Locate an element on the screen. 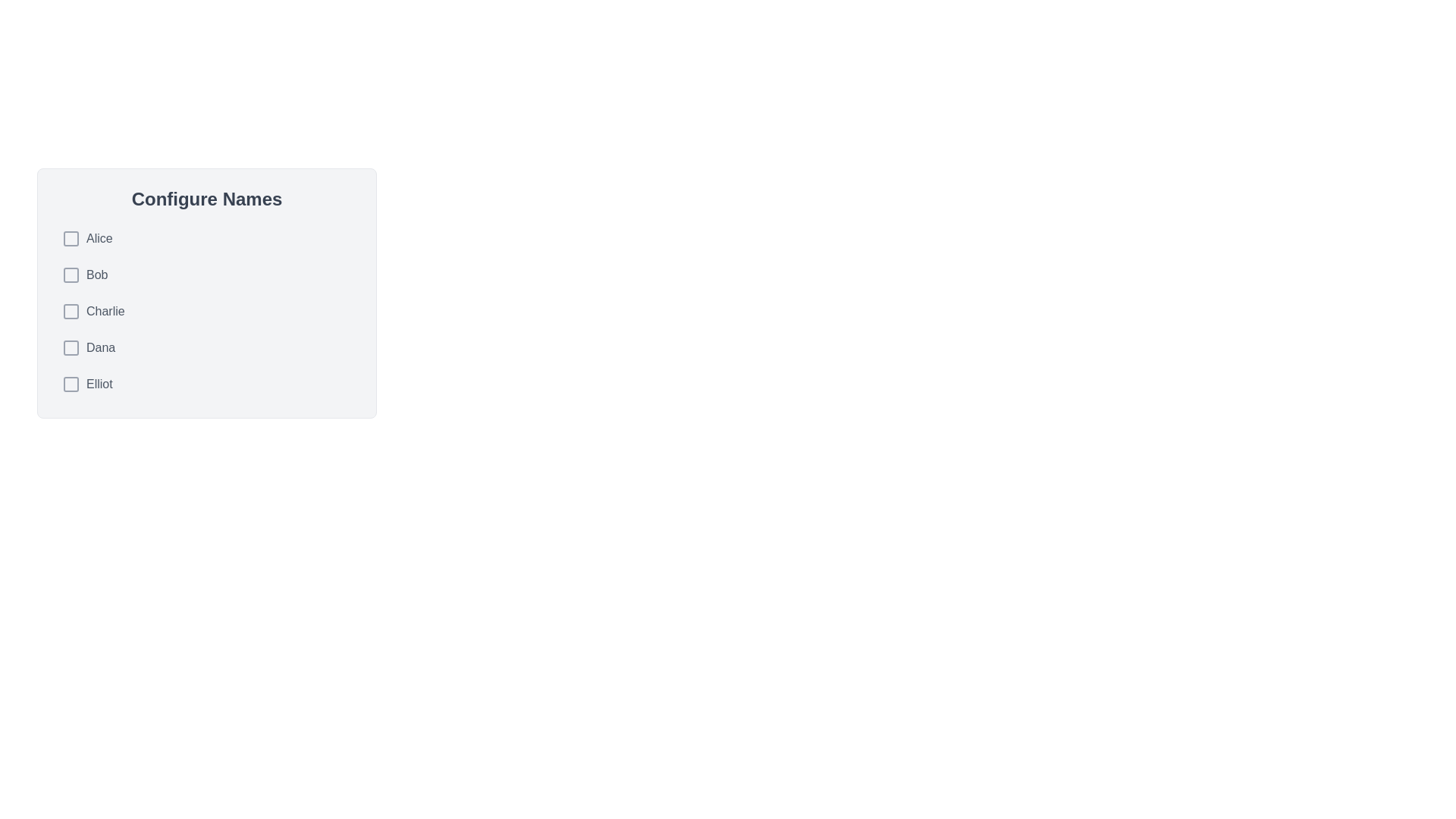 The width and height of the screenshot is (1456, 819). the checkbox for the option 'Dana' located in the 'Configure Names' panel is located at coordinates (71, 348).